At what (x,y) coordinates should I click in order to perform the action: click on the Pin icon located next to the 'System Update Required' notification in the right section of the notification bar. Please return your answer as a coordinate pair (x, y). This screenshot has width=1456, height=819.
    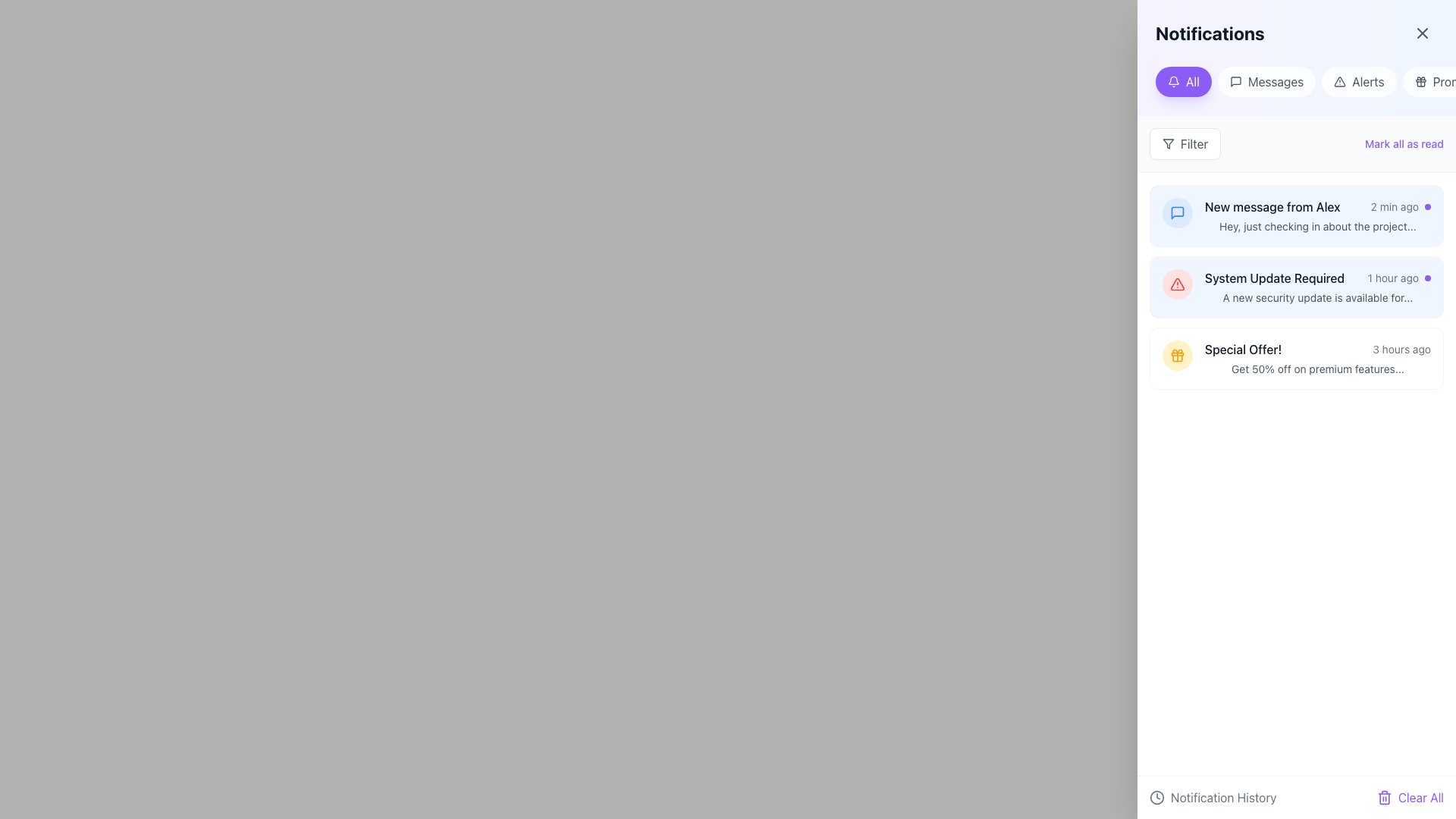
    Looking at the image, I should click on (1388, 287).